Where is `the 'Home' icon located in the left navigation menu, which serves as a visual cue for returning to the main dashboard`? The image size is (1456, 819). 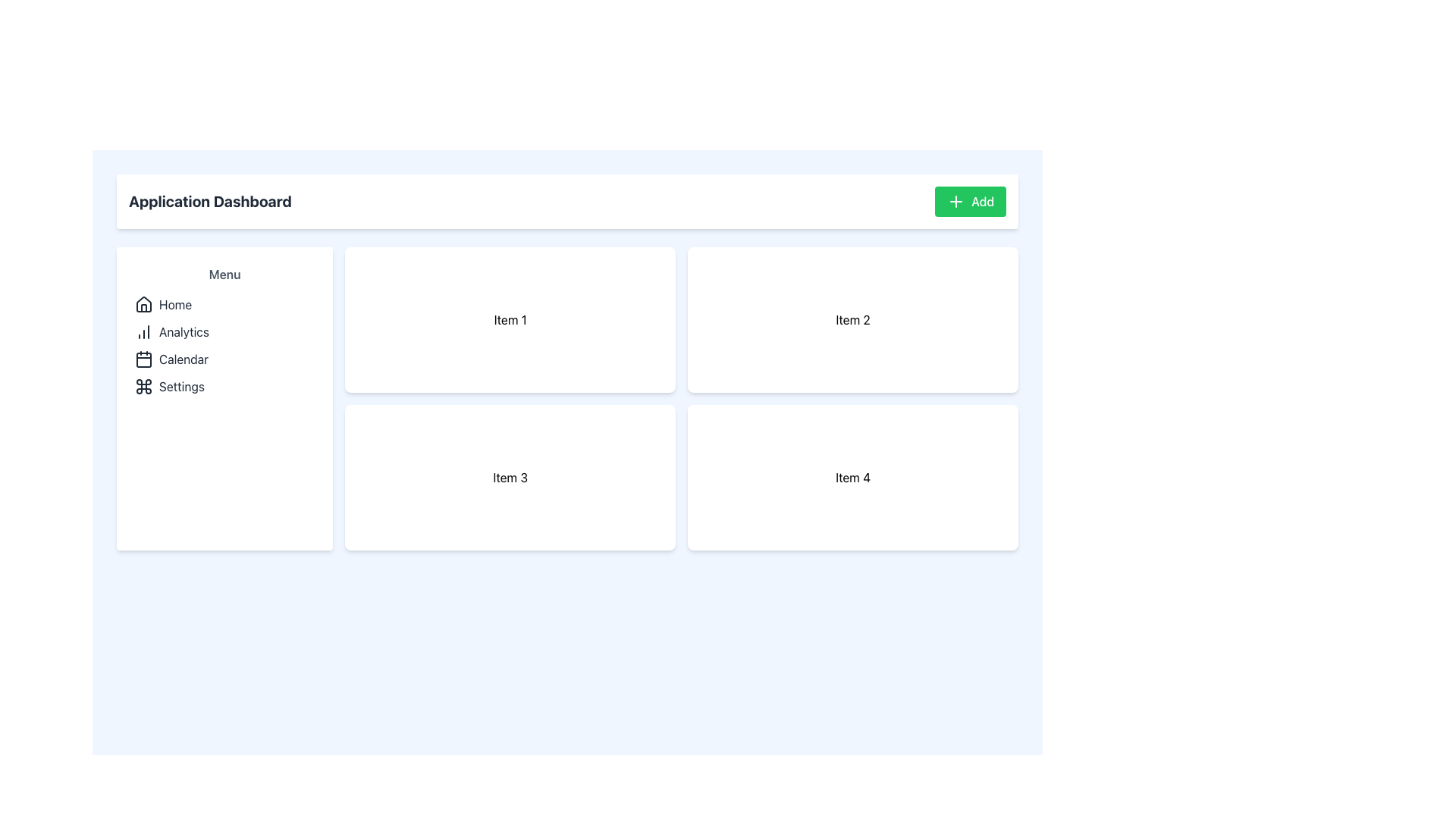
the 'Home' icon located in the left navigation menu, which serves as a visual cue for returning to the main dashboard is located at coordinates (144, 304).